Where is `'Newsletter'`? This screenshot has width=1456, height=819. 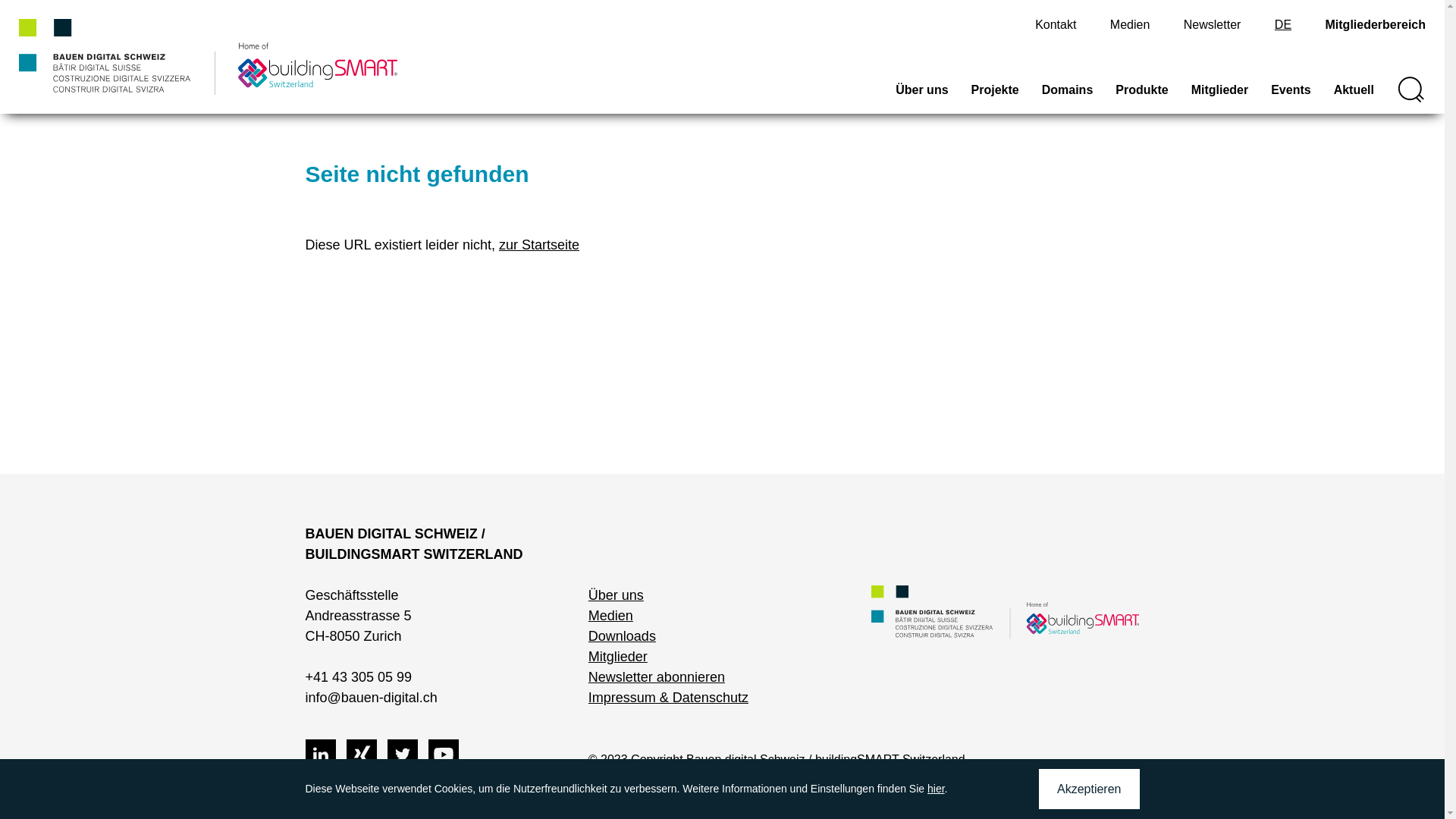
'Newsletter' is located at coordinates (1211, 24).